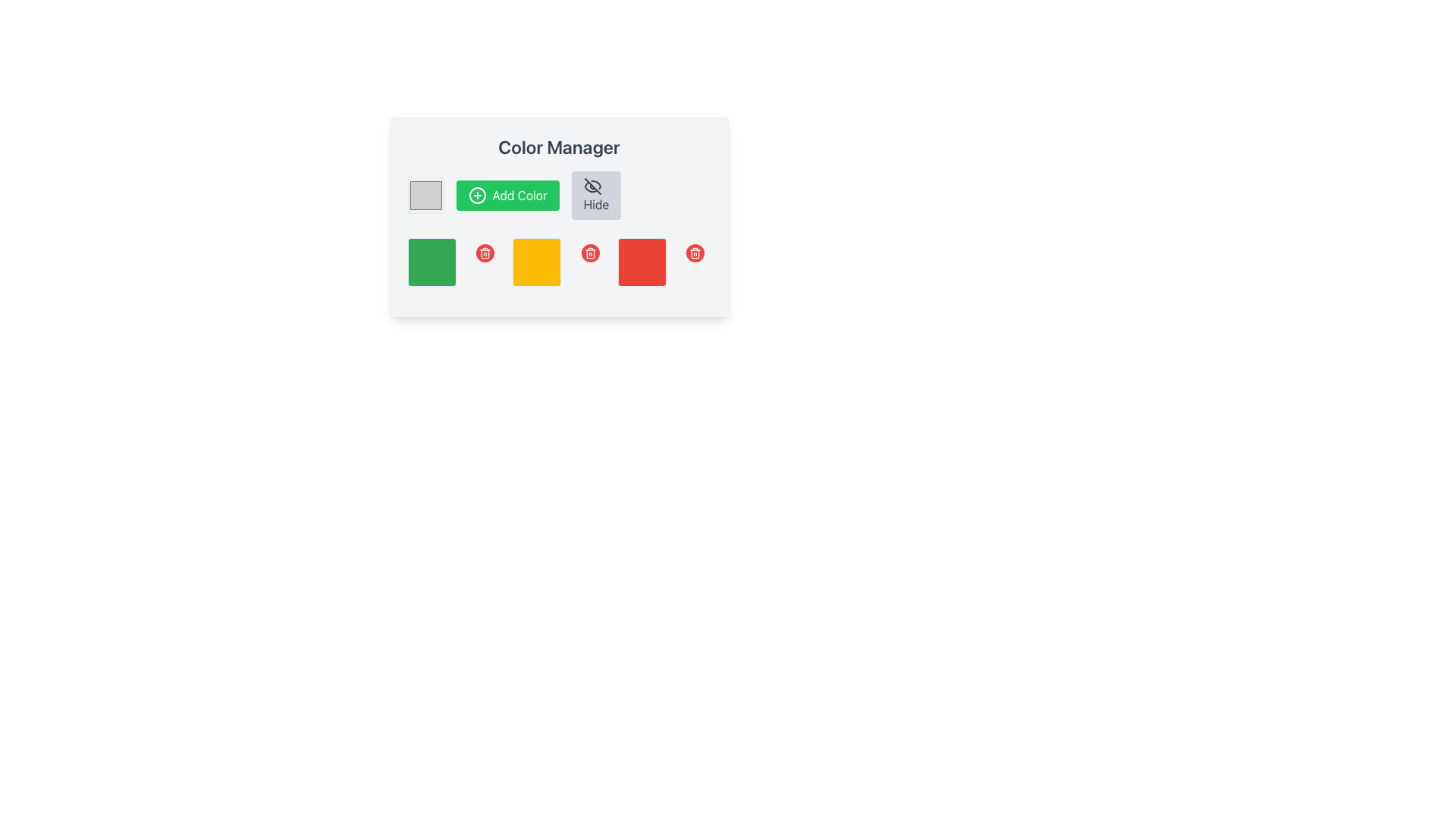  What do you see at coordinates (476, 195) in the screenshot?
I see `the plus sign icon enclosed within a green circle that is part of the 'Add Color' button, located to the left of the button's label` at bounding box center [476, 195].